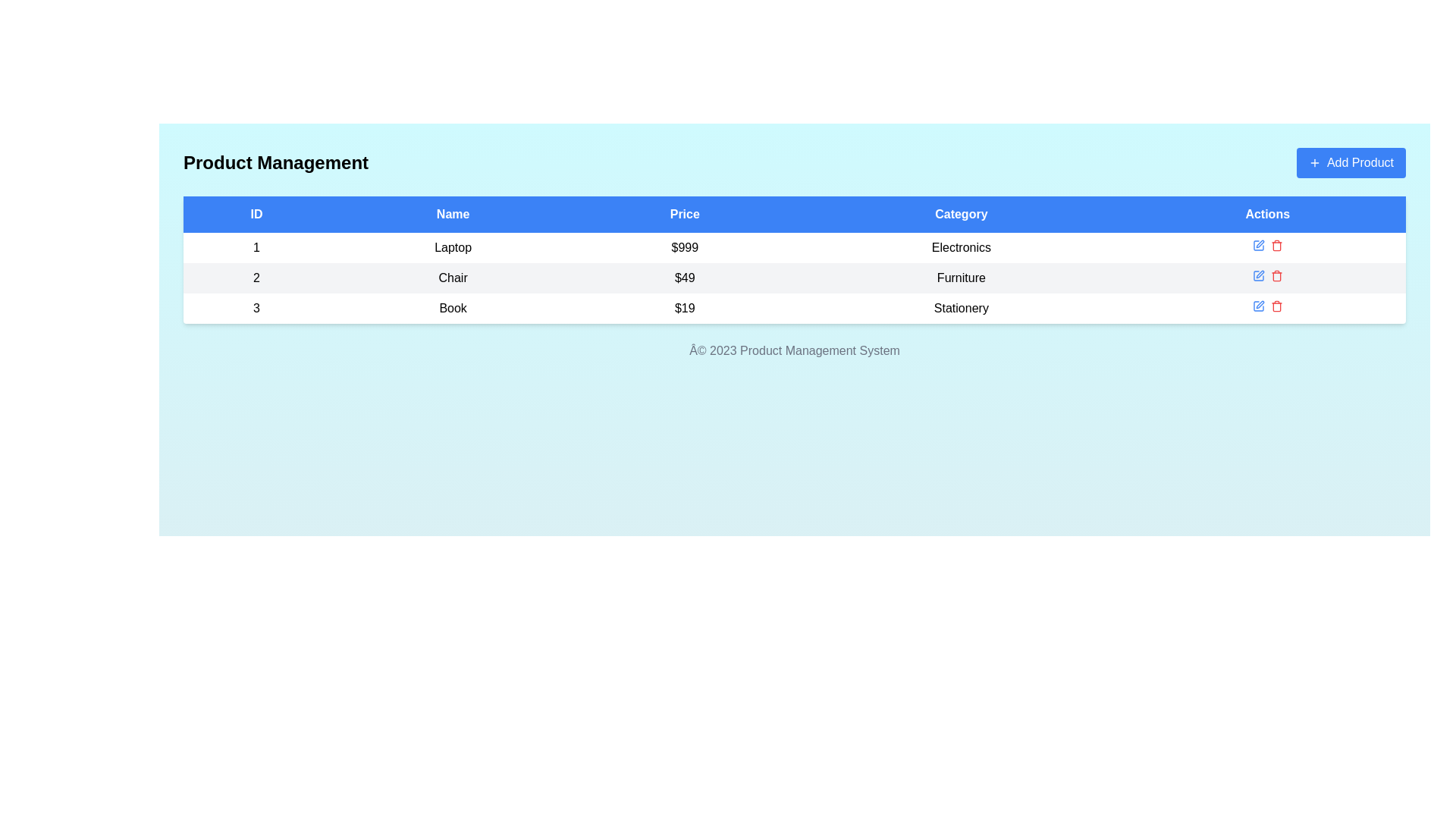  Describe the element at coordinates (1260, 243) in the screenshot. I see `the edit button located in the 'Actions' column of the table, aligned with the first row, to initiate the edit function` at that location.